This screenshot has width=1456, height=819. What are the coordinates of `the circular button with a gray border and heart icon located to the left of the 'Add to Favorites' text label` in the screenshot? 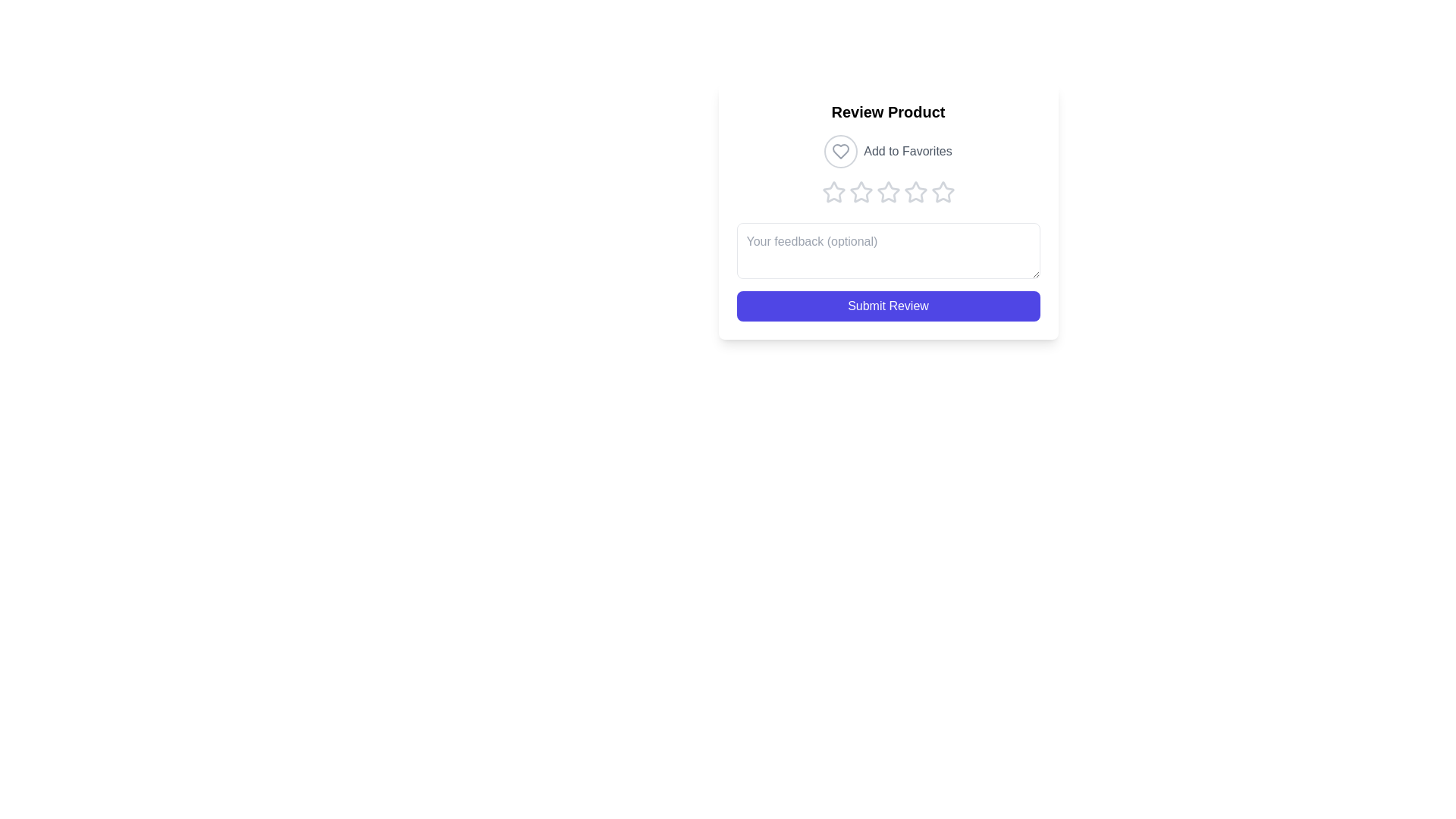 It's located at (840, 152).